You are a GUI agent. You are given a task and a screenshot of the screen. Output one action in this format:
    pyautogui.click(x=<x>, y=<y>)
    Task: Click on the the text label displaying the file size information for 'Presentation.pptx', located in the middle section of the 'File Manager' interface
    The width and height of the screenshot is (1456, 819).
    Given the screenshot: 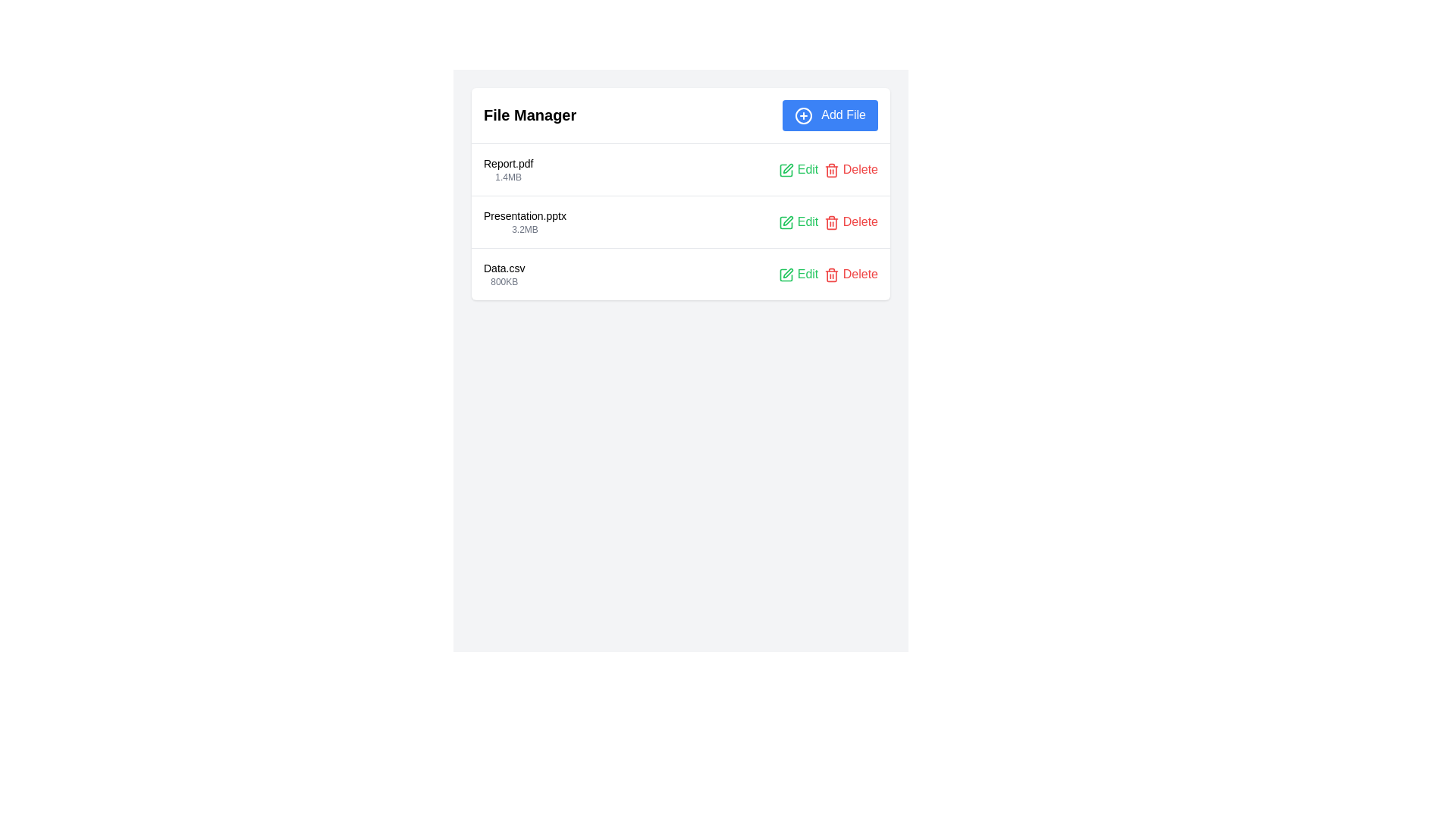 What is the action you would take?
    pyautogui.click(x=525, y=229)
    